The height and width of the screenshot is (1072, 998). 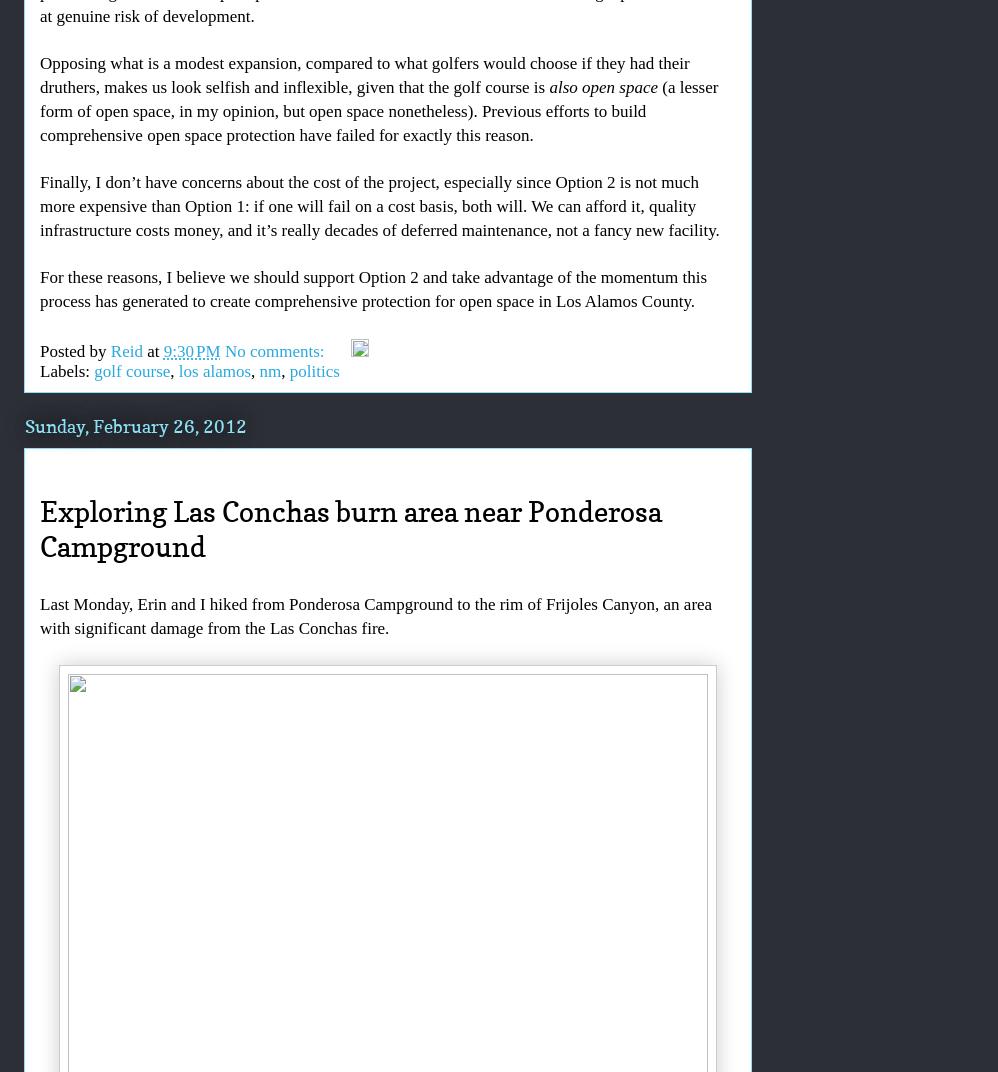 I want to click on '9:30 PM', so click(x=190, y=351).